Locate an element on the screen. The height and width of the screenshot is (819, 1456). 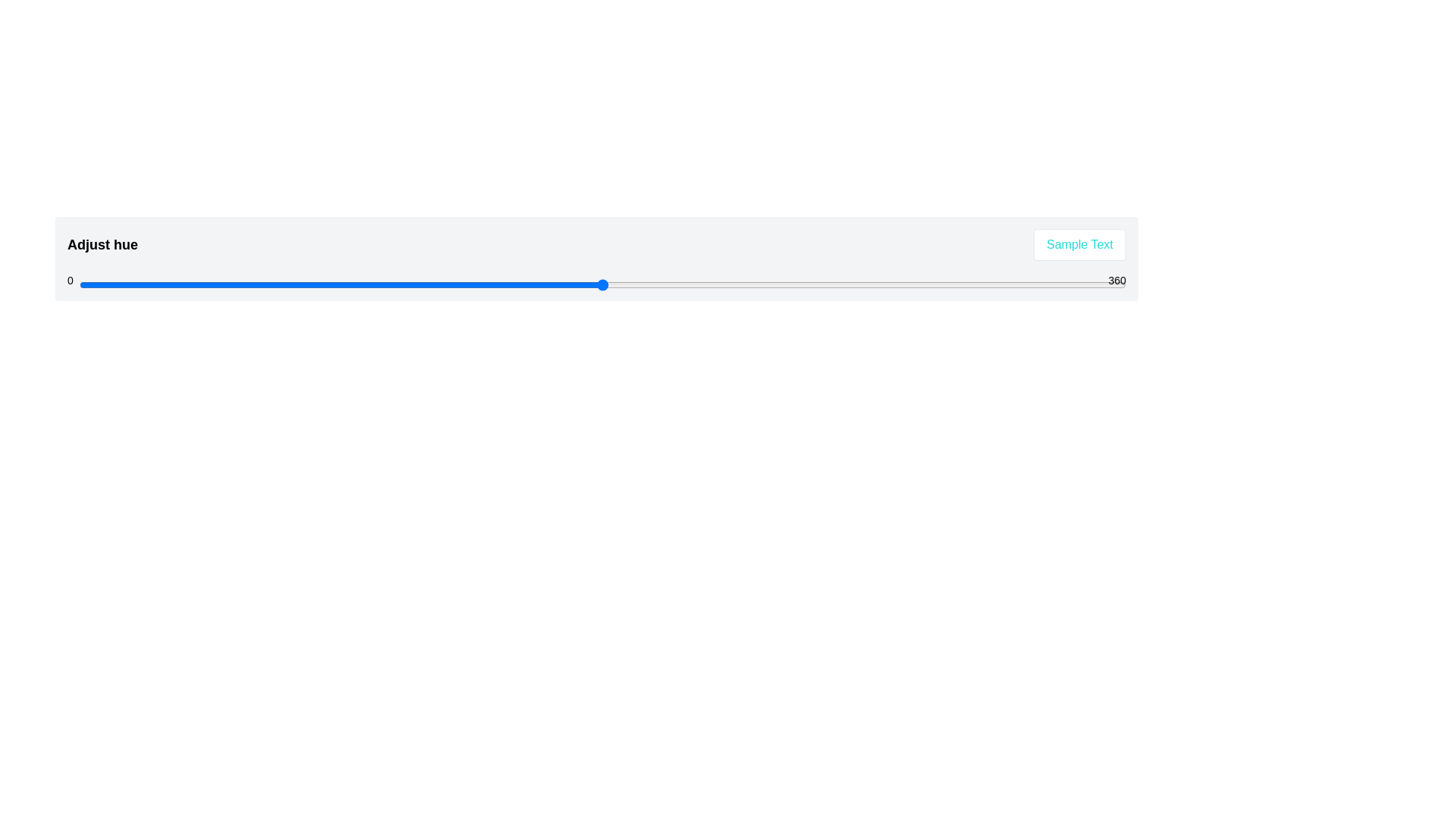
the hue slider to a value of 133 is located at coordinates (465, 284).